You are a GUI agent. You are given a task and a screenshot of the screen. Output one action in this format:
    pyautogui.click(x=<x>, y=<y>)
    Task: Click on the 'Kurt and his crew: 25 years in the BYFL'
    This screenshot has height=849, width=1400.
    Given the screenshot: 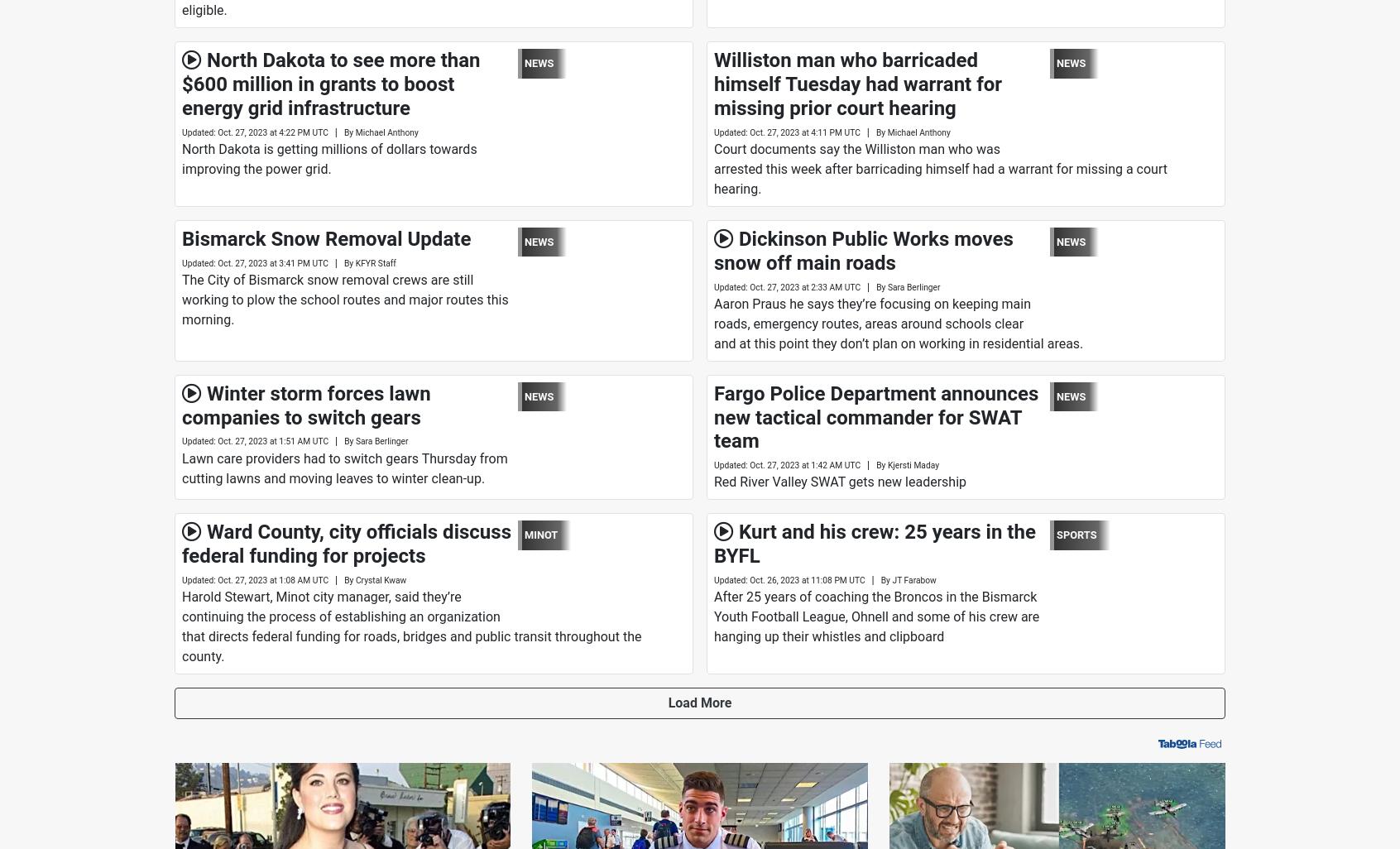 What is the action you would take?
    pyautogui.click(x=873, y=544)
    